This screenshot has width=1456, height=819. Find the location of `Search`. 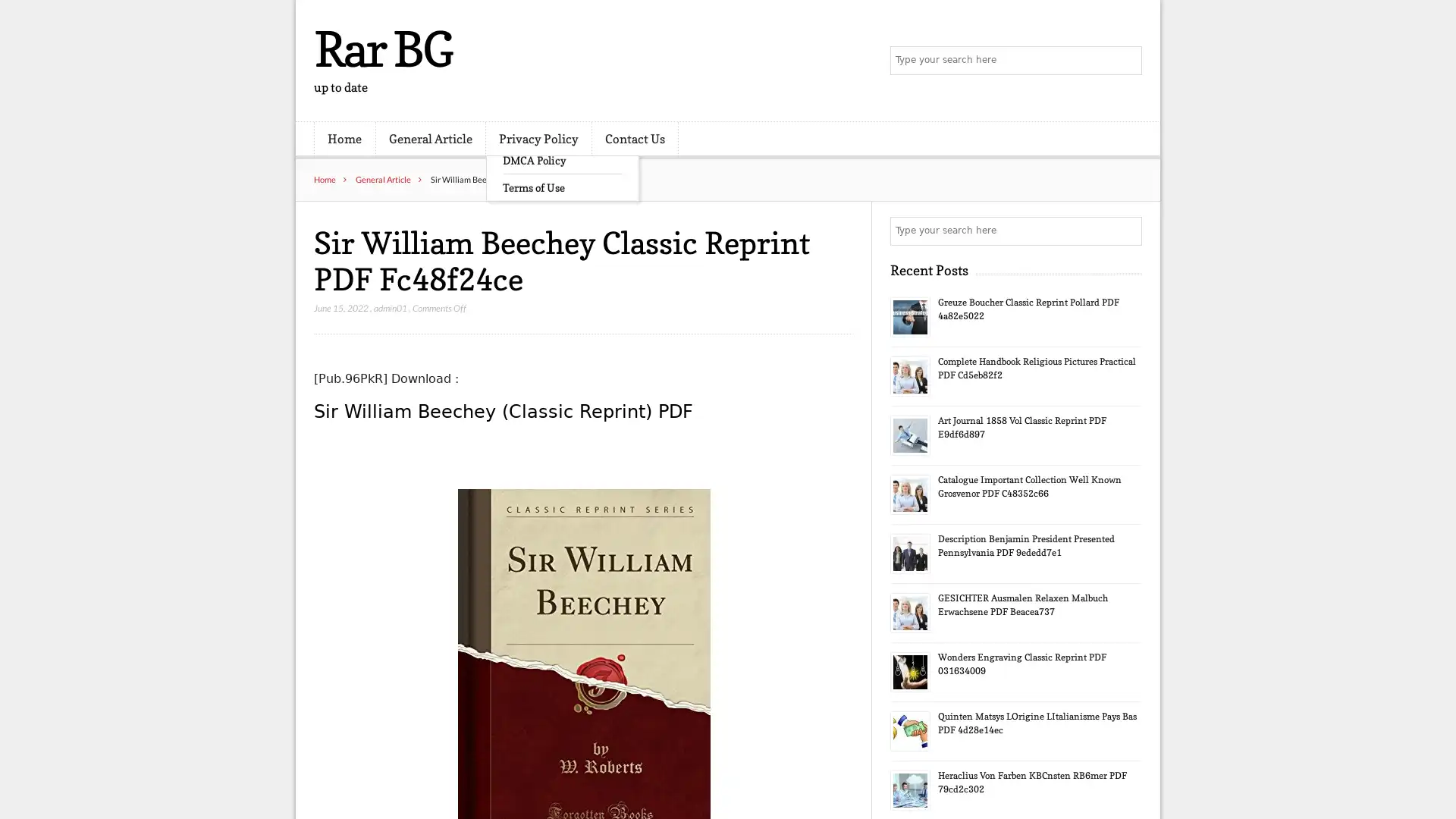

Search is located at coordinates (1126, 61).